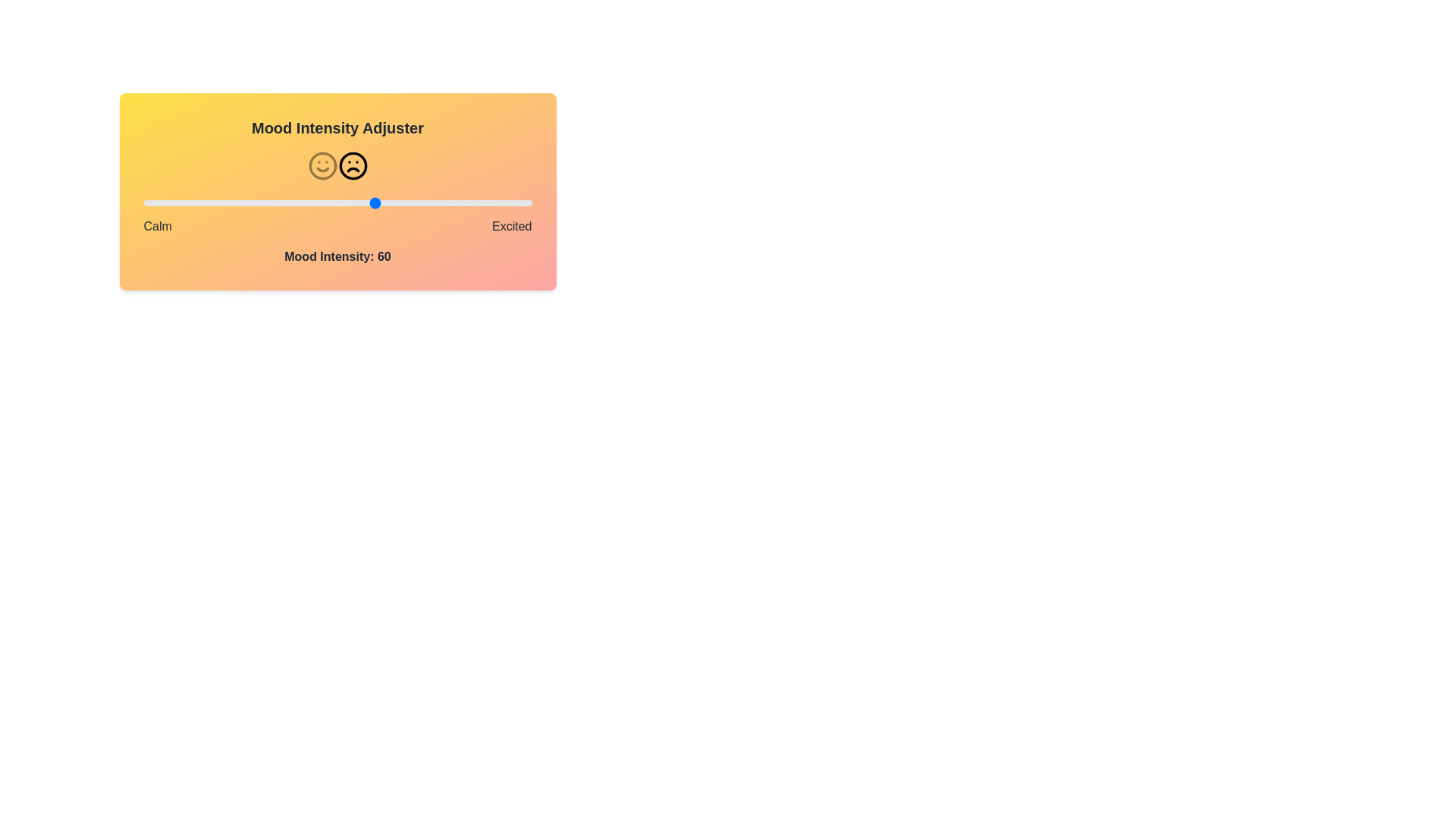 The image size is (1456, 819). What do you see at coordinates (240, 202) in the screenshot?
I see `the mood intensity slider to 25 (0 to 100)` at bounding box center [240, 202].